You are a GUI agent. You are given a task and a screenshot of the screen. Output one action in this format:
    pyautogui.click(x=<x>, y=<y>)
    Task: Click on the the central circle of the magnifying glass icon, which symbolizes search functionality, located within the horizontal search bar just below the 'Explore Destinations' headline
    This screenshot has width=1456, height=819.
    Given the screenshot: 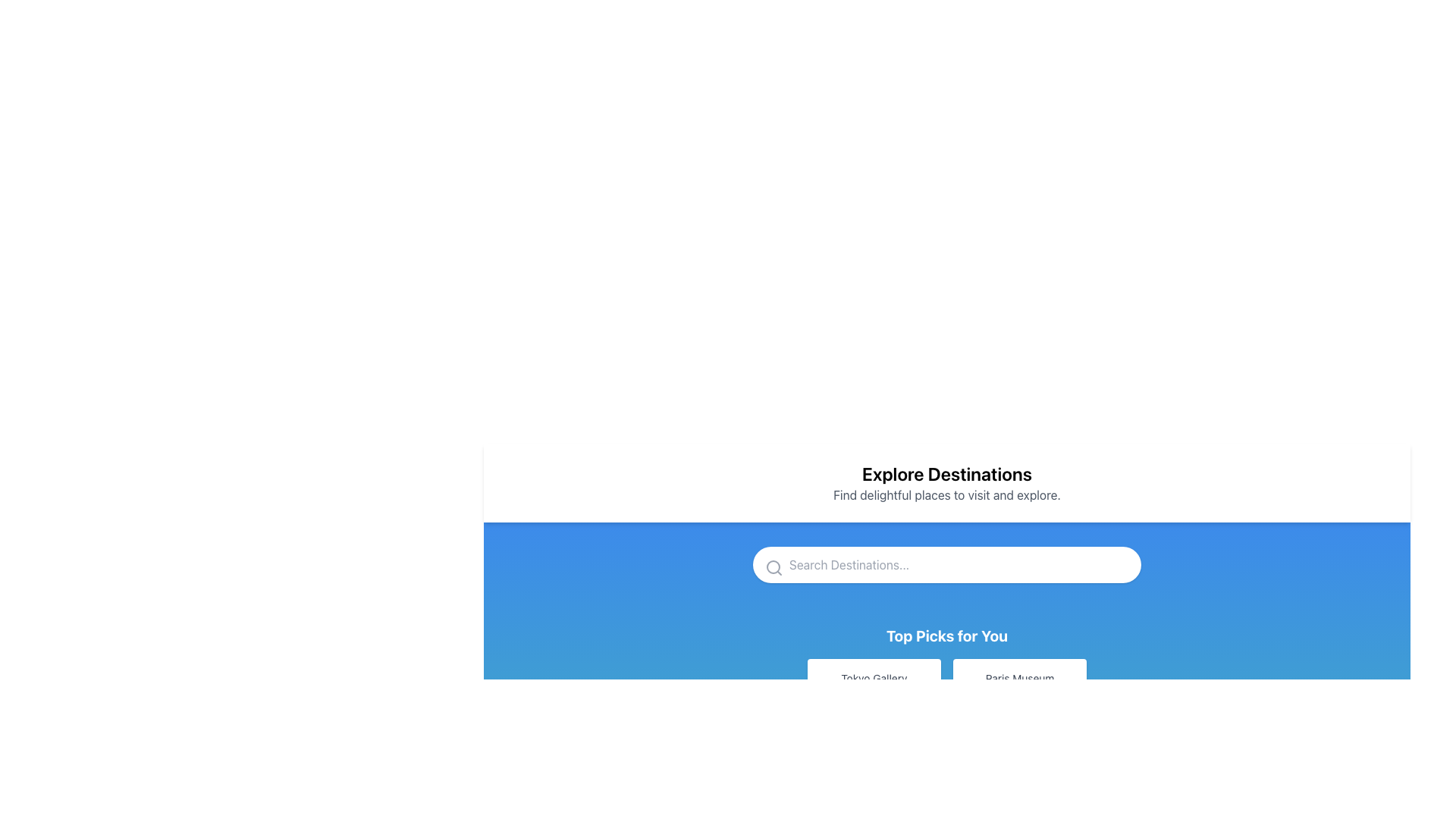 What is the action you would take?
    pyautogui.click(x=773, y=567)
    